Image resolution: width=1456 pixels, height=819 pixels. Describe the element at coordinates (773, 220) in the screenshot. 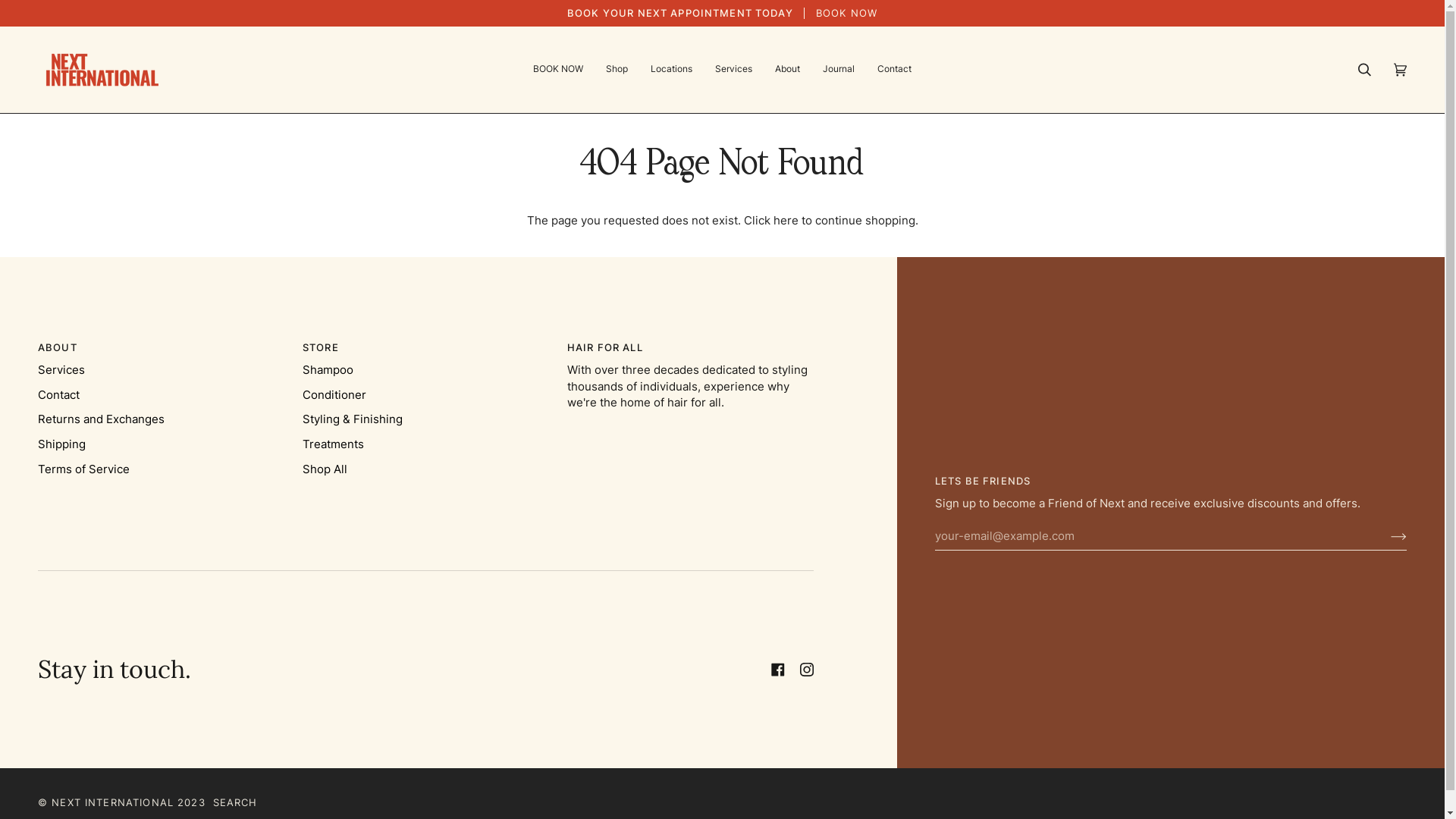

I see `'here'` at that location.